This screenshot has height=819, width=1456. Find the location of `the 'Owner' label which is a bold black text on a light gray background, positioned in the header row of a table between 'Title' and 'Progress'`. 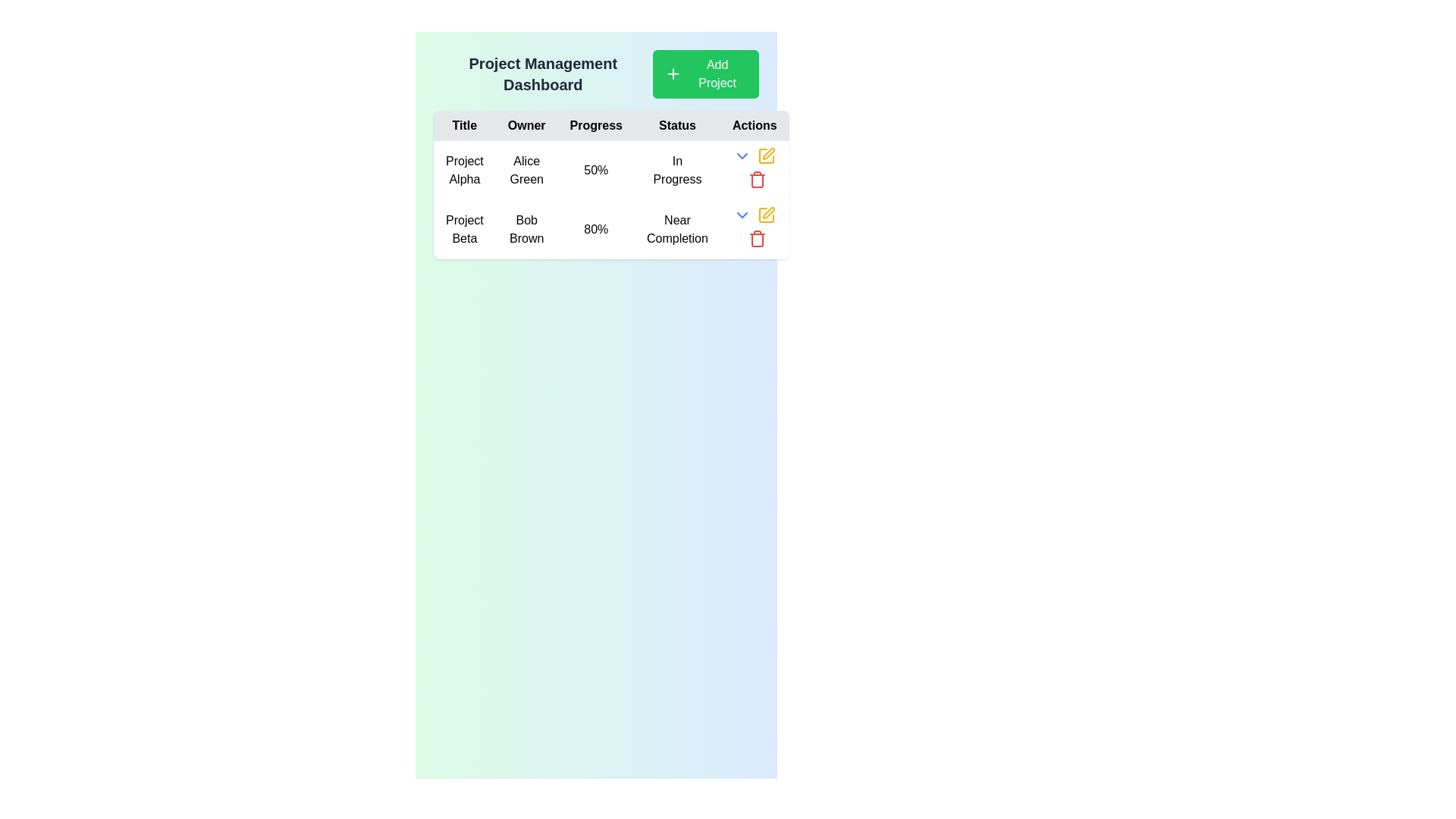

the 'Owner' label which is a bold black text on a light gray background, positioned in the header row of a table between 'Title' and 'Progress' is located at coordinates (526, 124).